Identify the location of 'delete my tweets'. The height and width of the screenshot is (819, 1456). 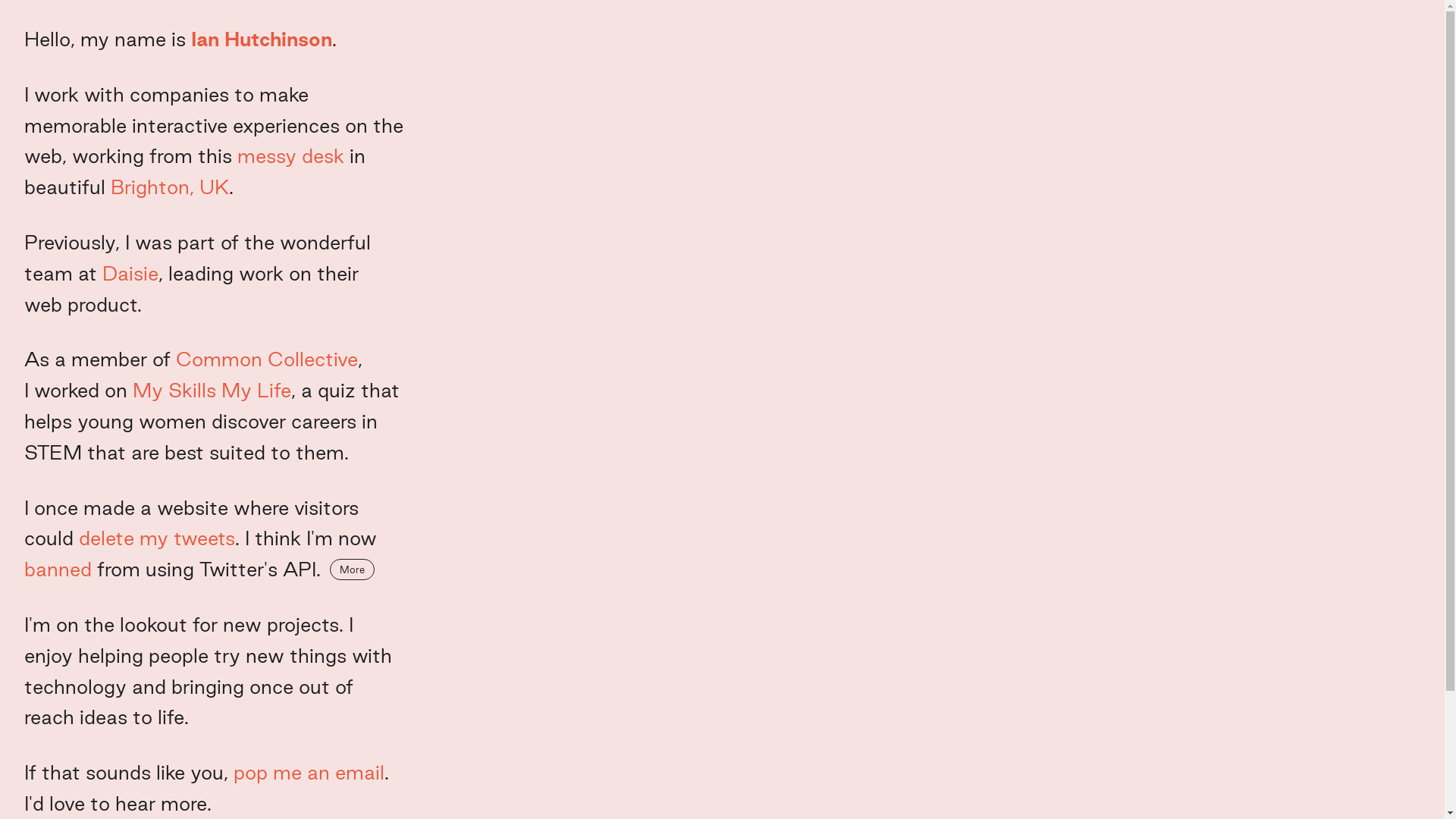
(78, 538).